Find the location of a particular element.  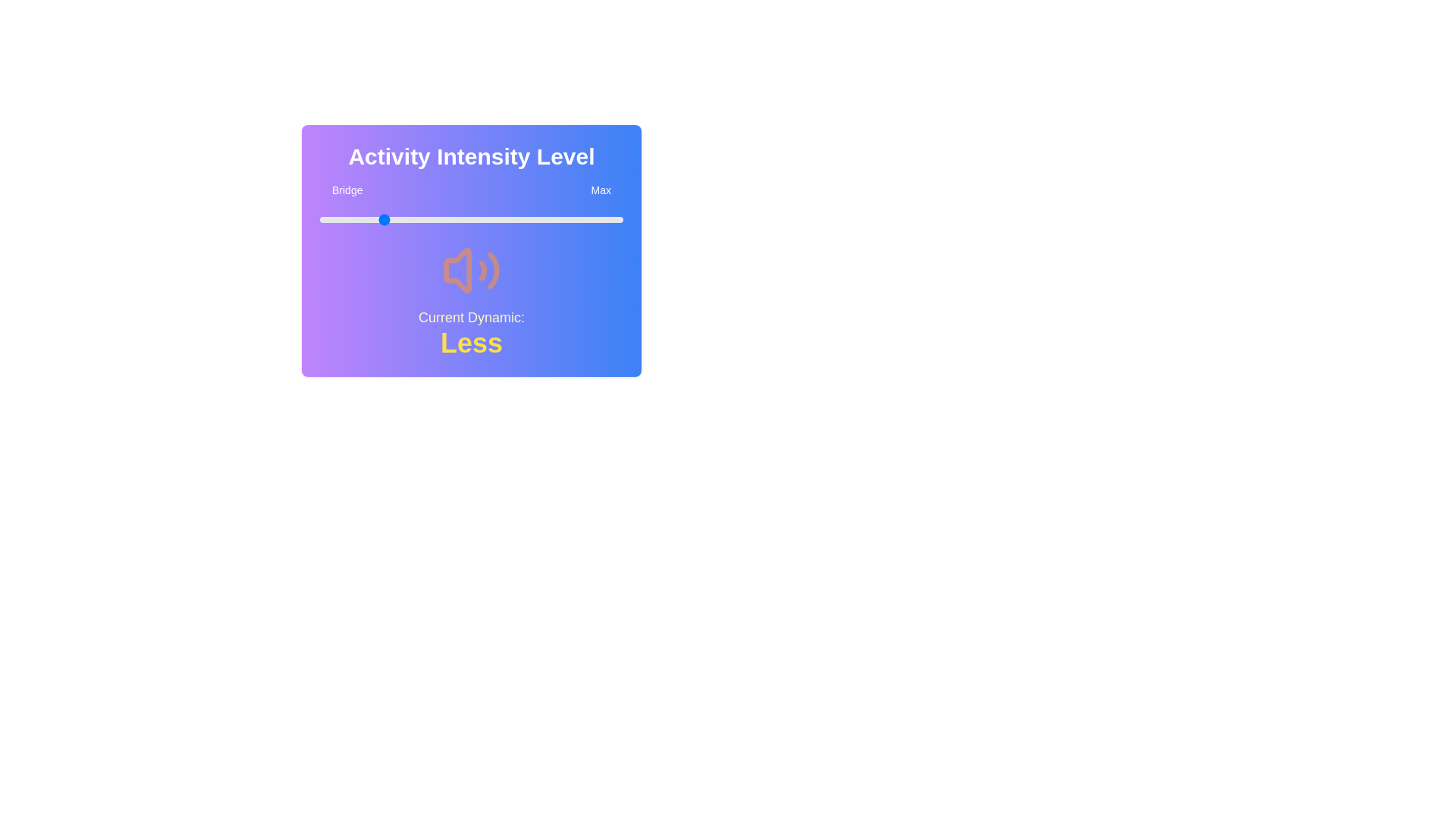

the slider to set the value to 11 is located at coordinates (352, 219).